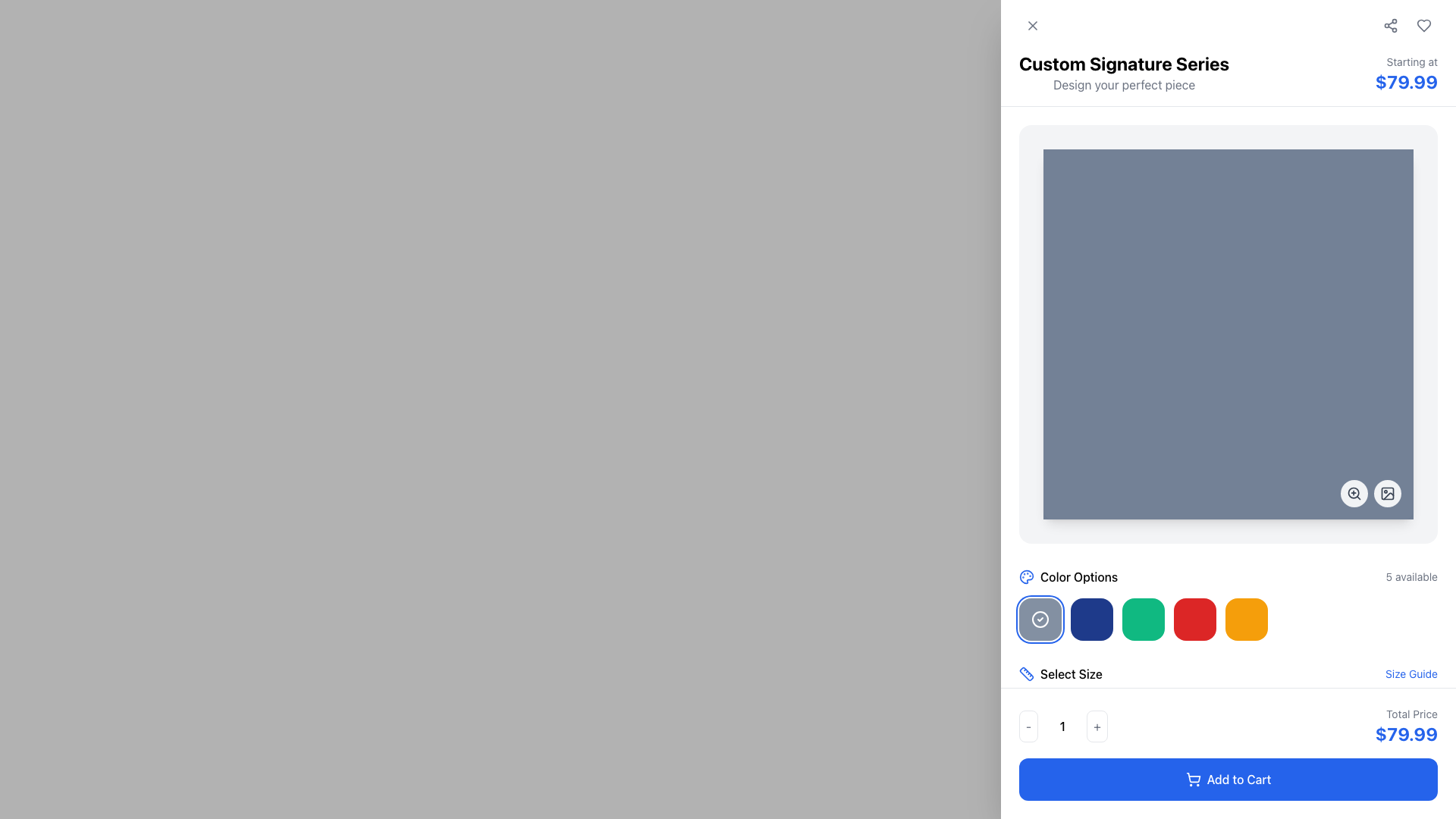 The width and height of the screenshot is (1456, 819). What do you see at coordinates (1354, 494) in the screenshot?
I see `the circular zoom-in button located at the bottom-right of the product preview section, which features a magnifying glass icon with a black outline and a plus sign inside` at bounding box center [1354, 494].